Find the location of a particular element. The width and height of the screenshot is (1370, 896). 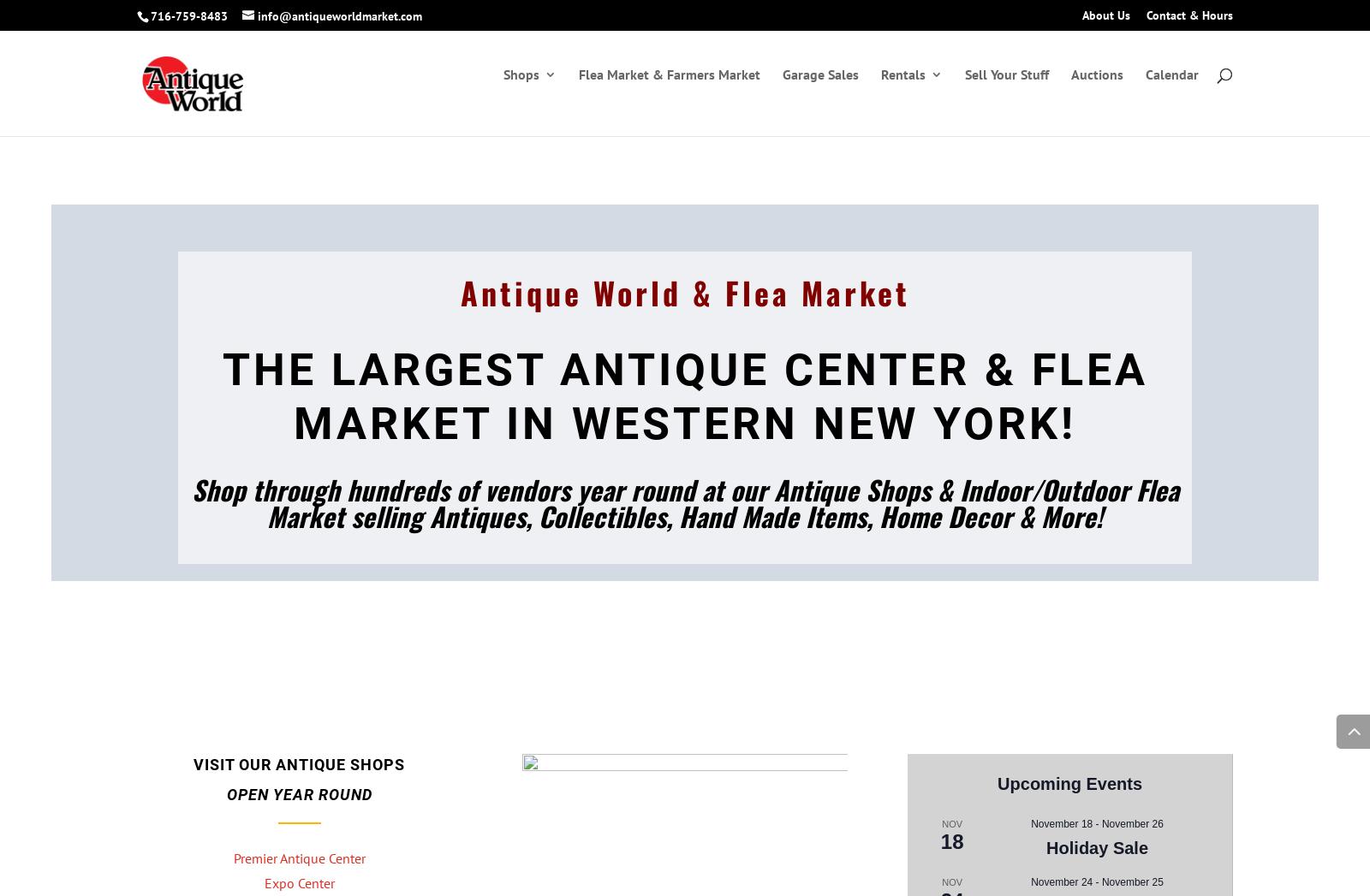

'Antique World & Flea Market' is located at coordinates (458, 291).